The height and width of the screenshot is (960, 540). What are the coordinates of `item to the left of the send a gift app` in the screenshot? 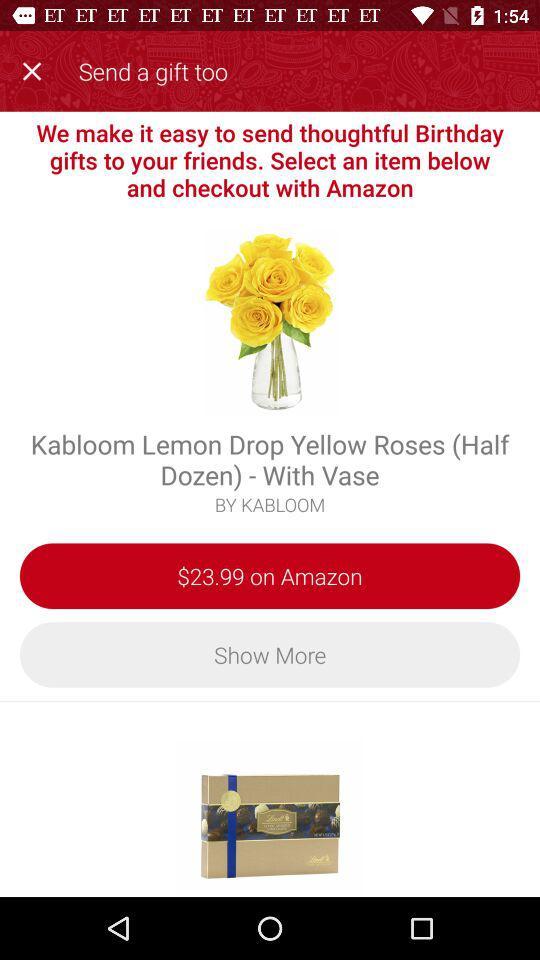 It's located at (36, 68).